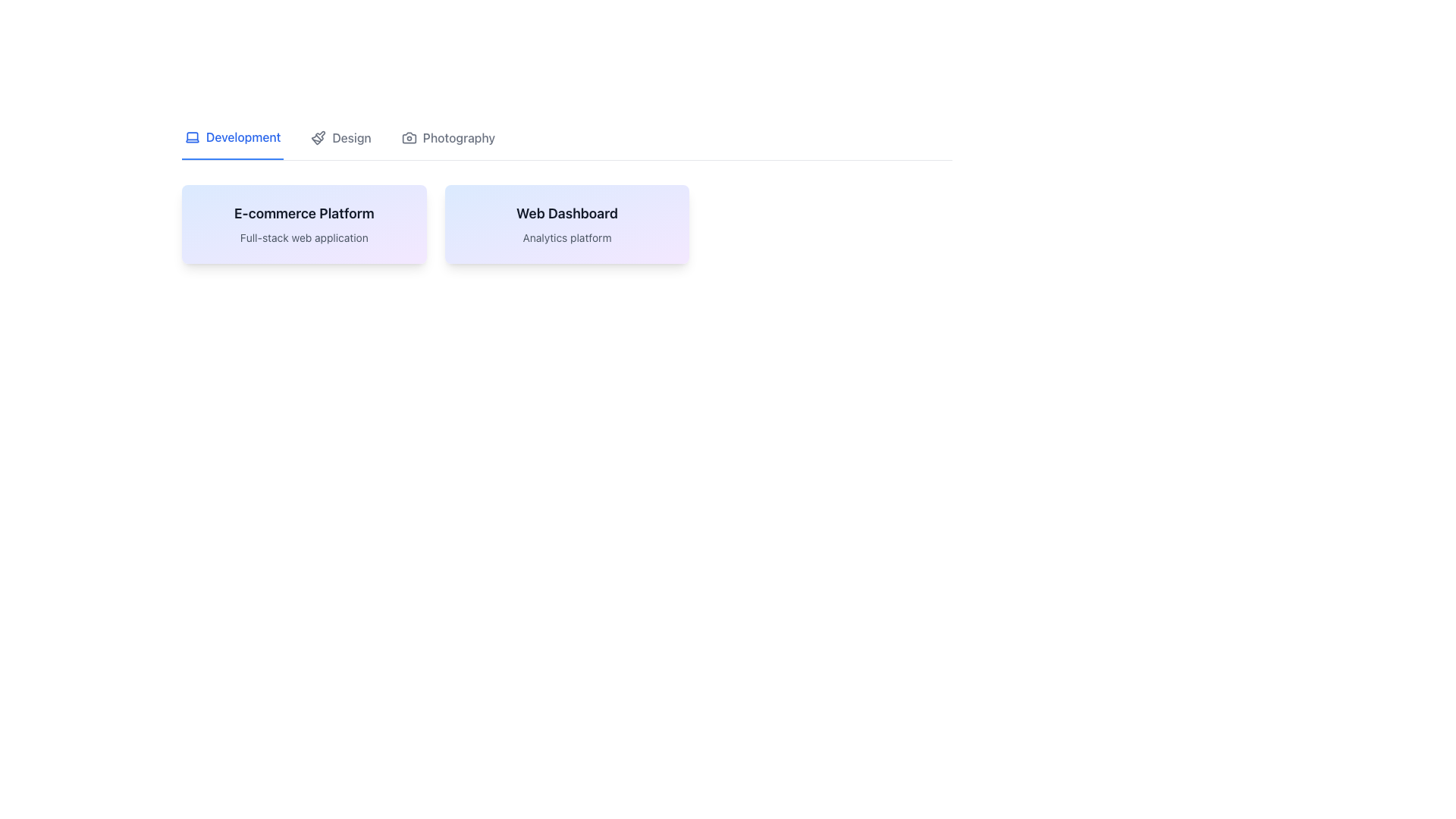 The width and height of the screenshot is (1456, 819). I want to click on the Text label that serves as the title or heading for the 'Web Dashboard', positioned at the top center of its card layout, so click(566, 213).